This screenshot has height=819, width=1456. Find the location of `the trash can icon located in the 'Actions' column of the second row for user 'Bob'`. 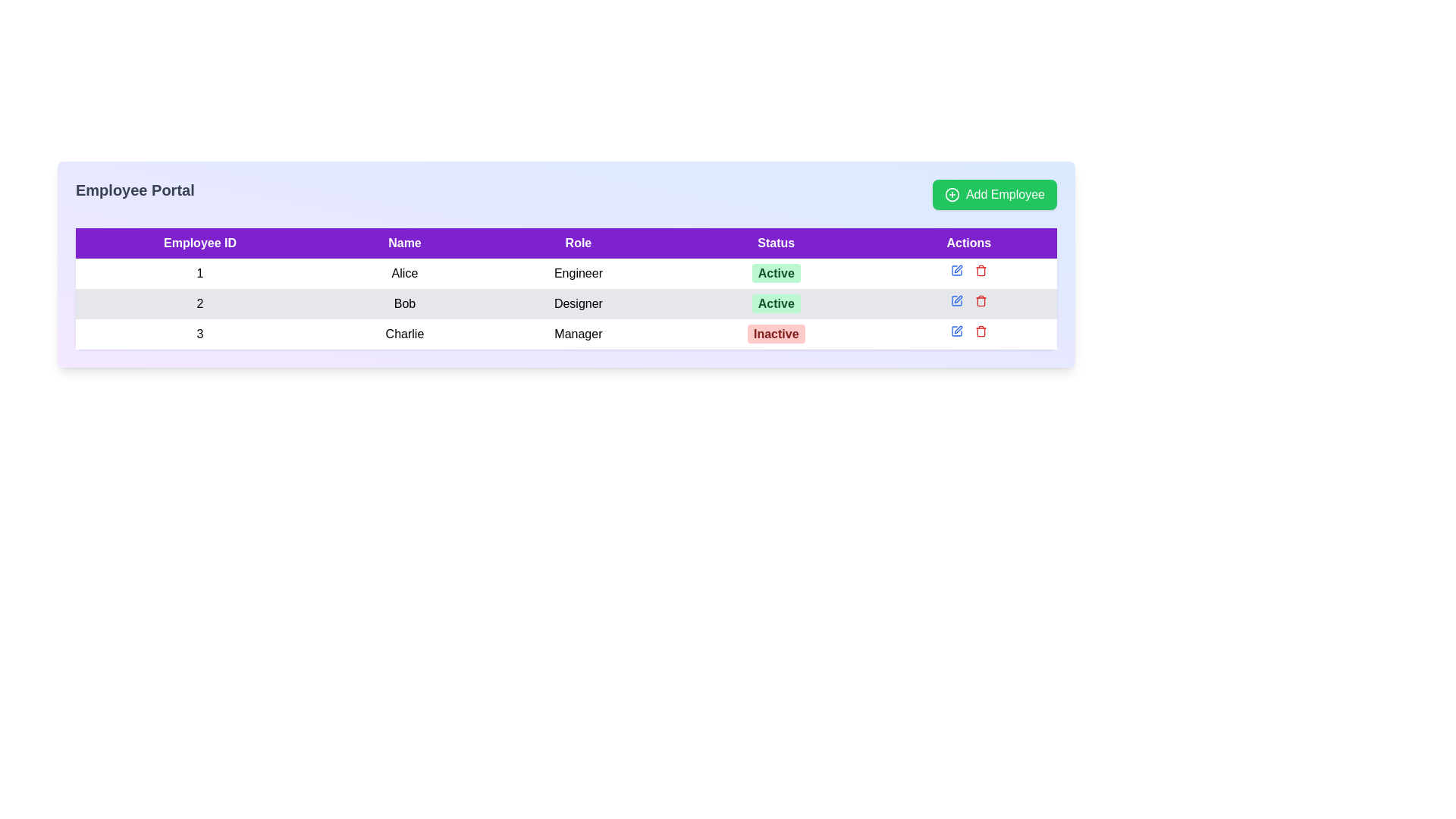

the trash can icon located in the 'Actions' column of the second row for user 'Bob' is located at coordinates (981, 302).